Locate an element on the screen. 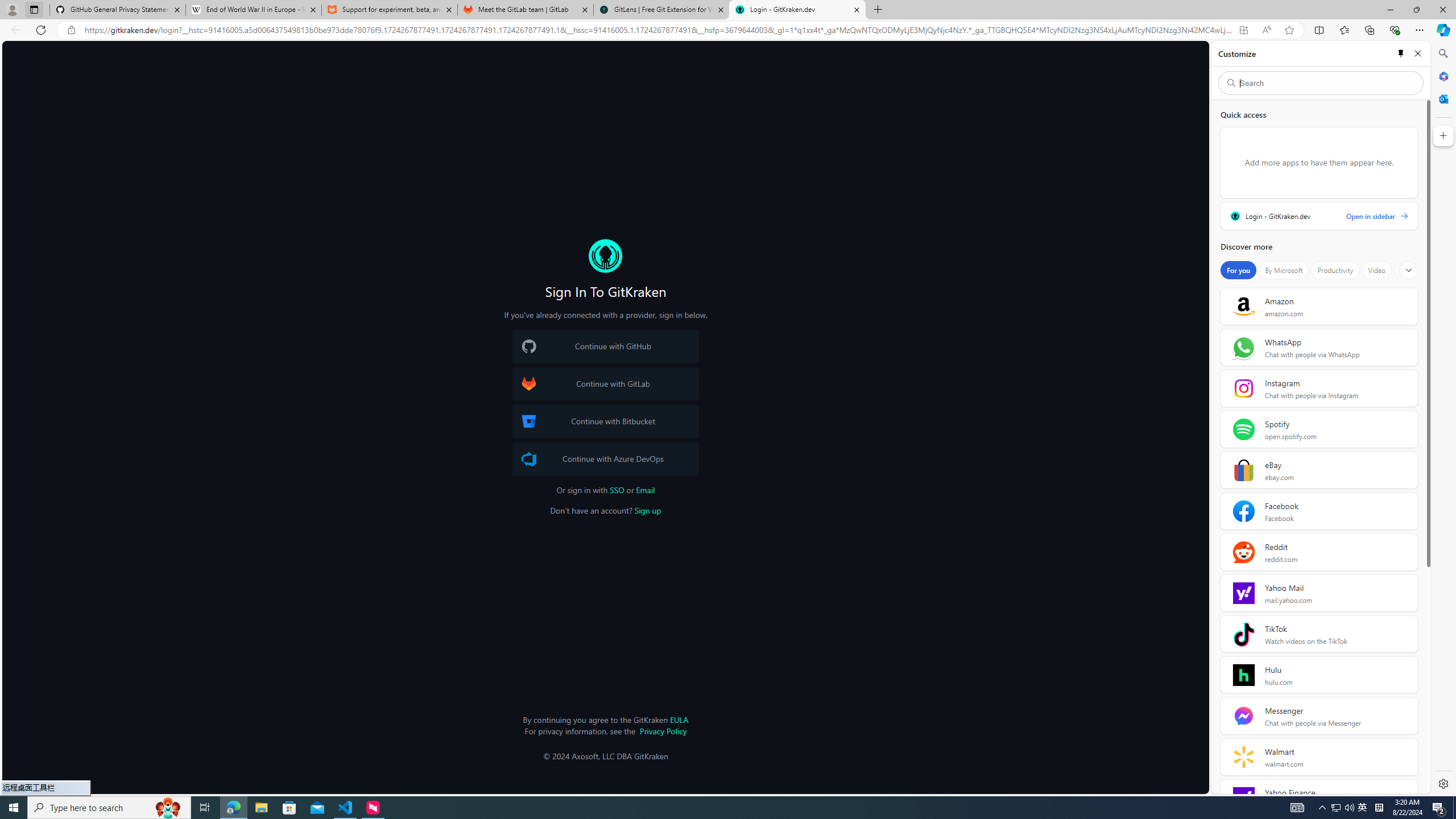 The height and width of the screenshot is (819, 1456). 'GitHub General Privacy Statement - GitHub Docs' is located at coordinates (118, 9).